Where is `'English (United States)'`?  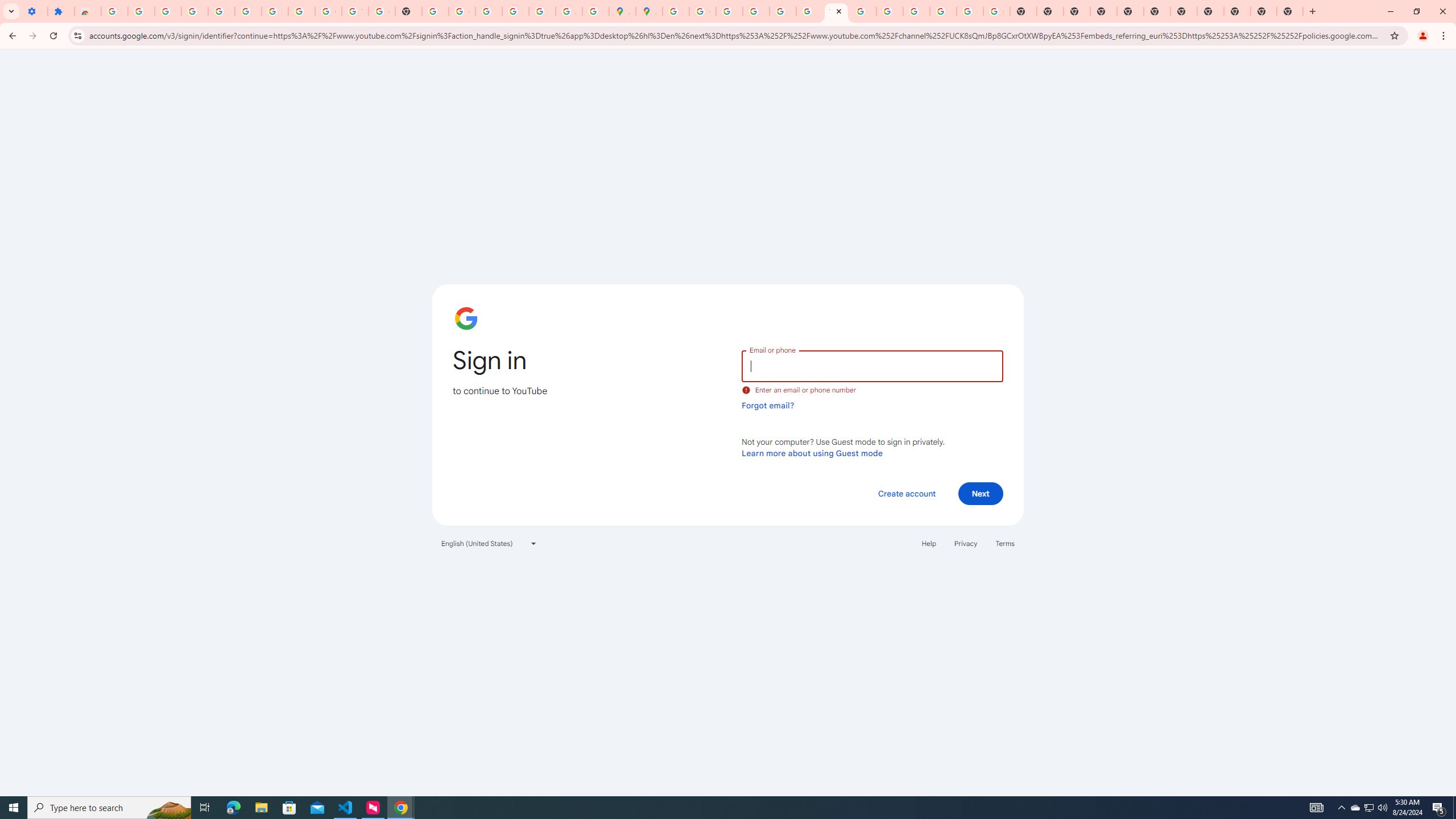 'English (United States)' is located at coordinates (489, 543).